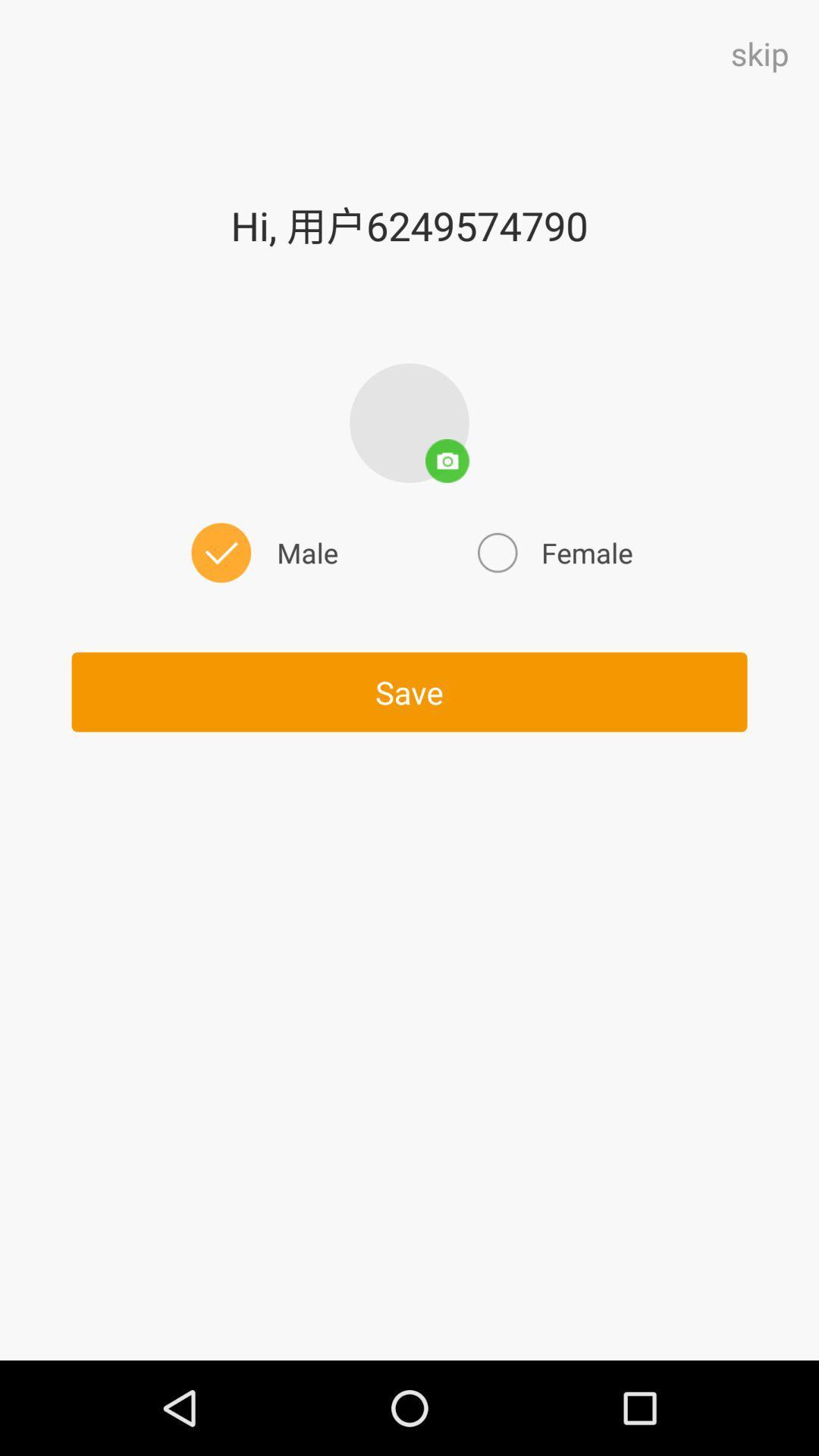  What do you see at coordinates (261, 552) in the screenshot?
I see `icon next to the female icon` at bounding box center [261, 552].